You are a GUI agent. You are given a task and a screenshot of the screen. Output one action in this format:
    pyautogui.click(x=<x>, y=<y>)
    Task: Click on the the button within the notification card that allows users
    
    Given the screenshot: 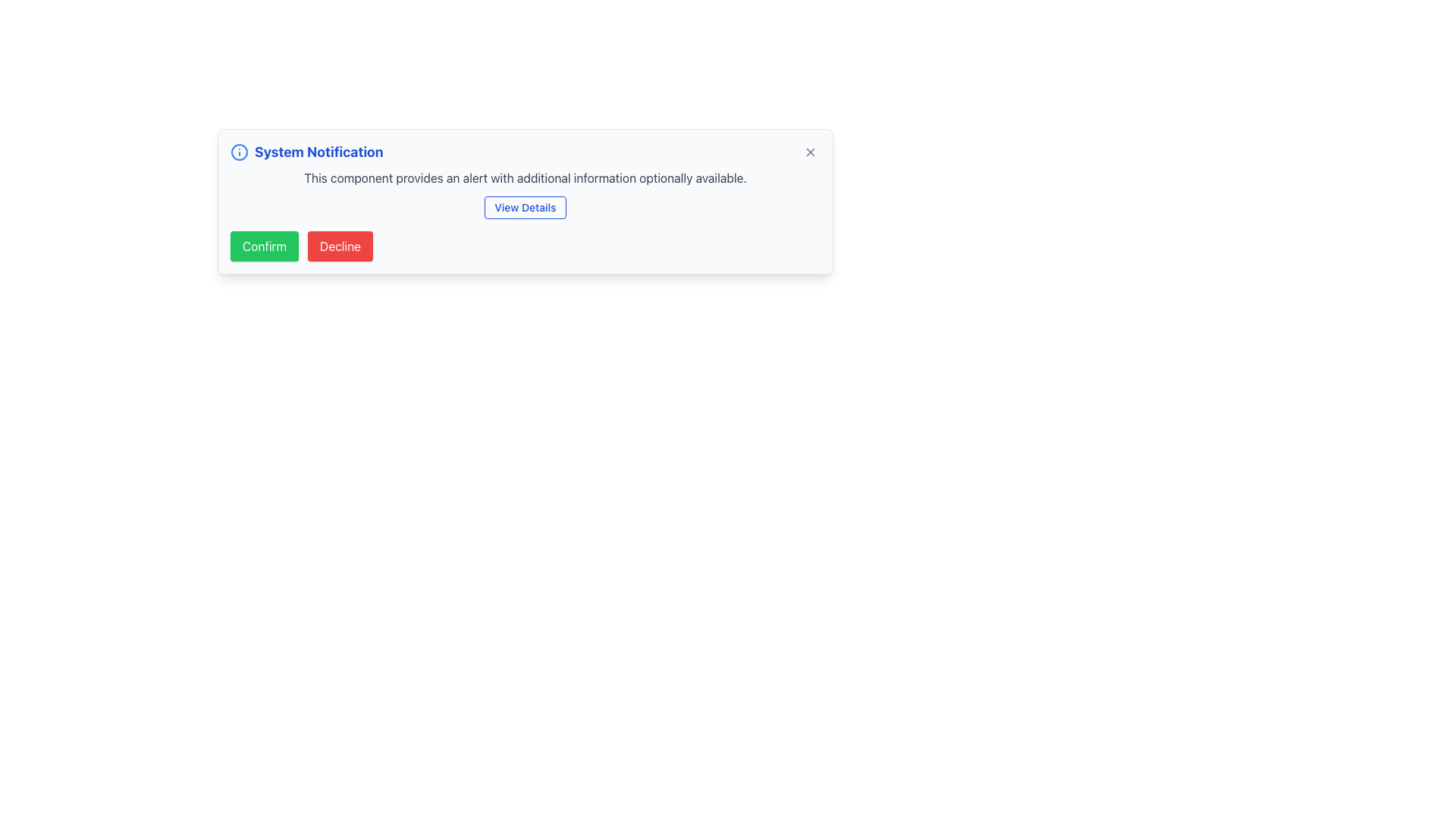 What is the action you would take?
    pyautogui.click(x=525, y=207)
    